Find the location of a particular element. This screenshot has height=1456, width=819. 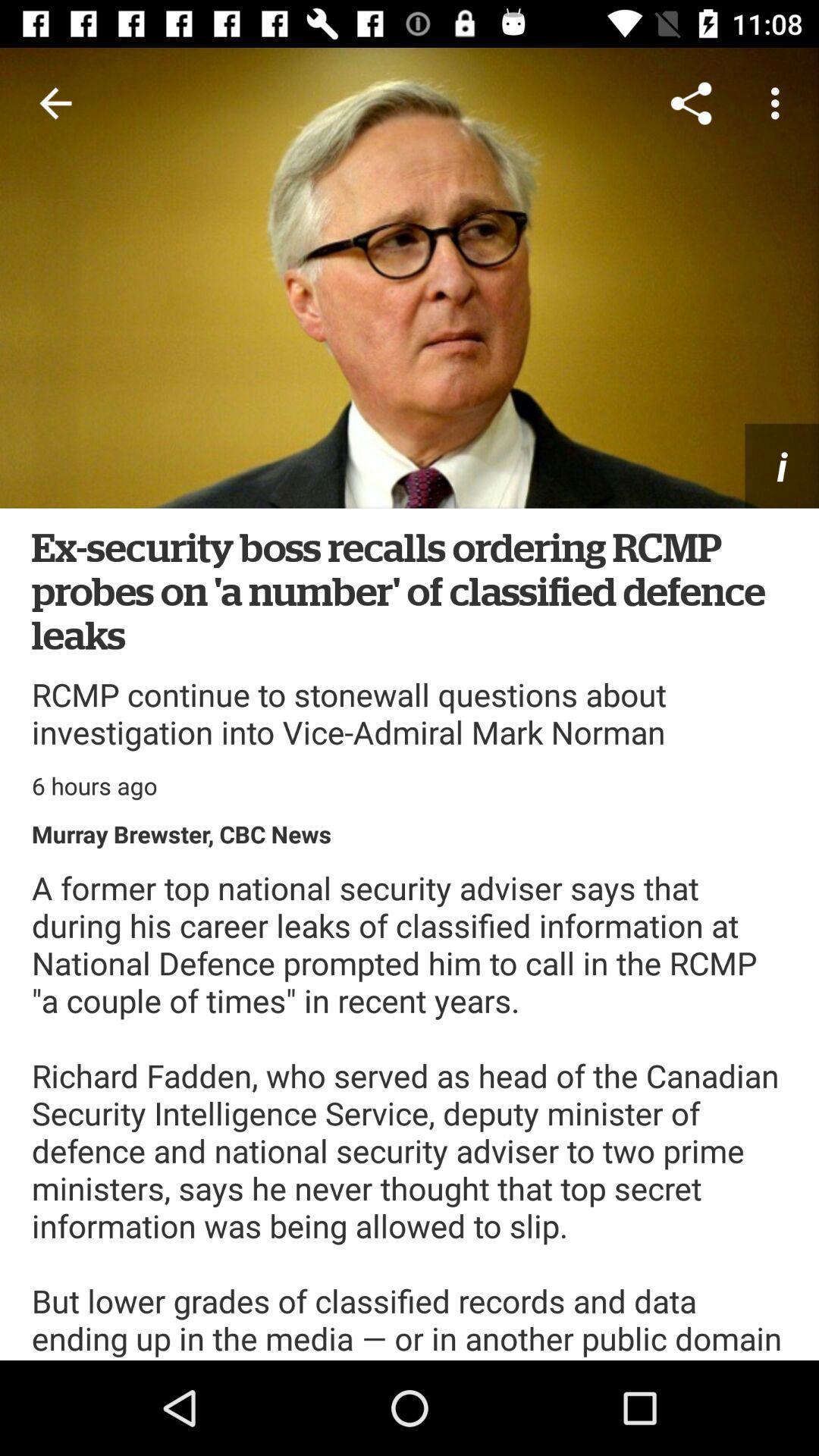

icon below rcmp continue to icon is located at coordinates (94, 786).